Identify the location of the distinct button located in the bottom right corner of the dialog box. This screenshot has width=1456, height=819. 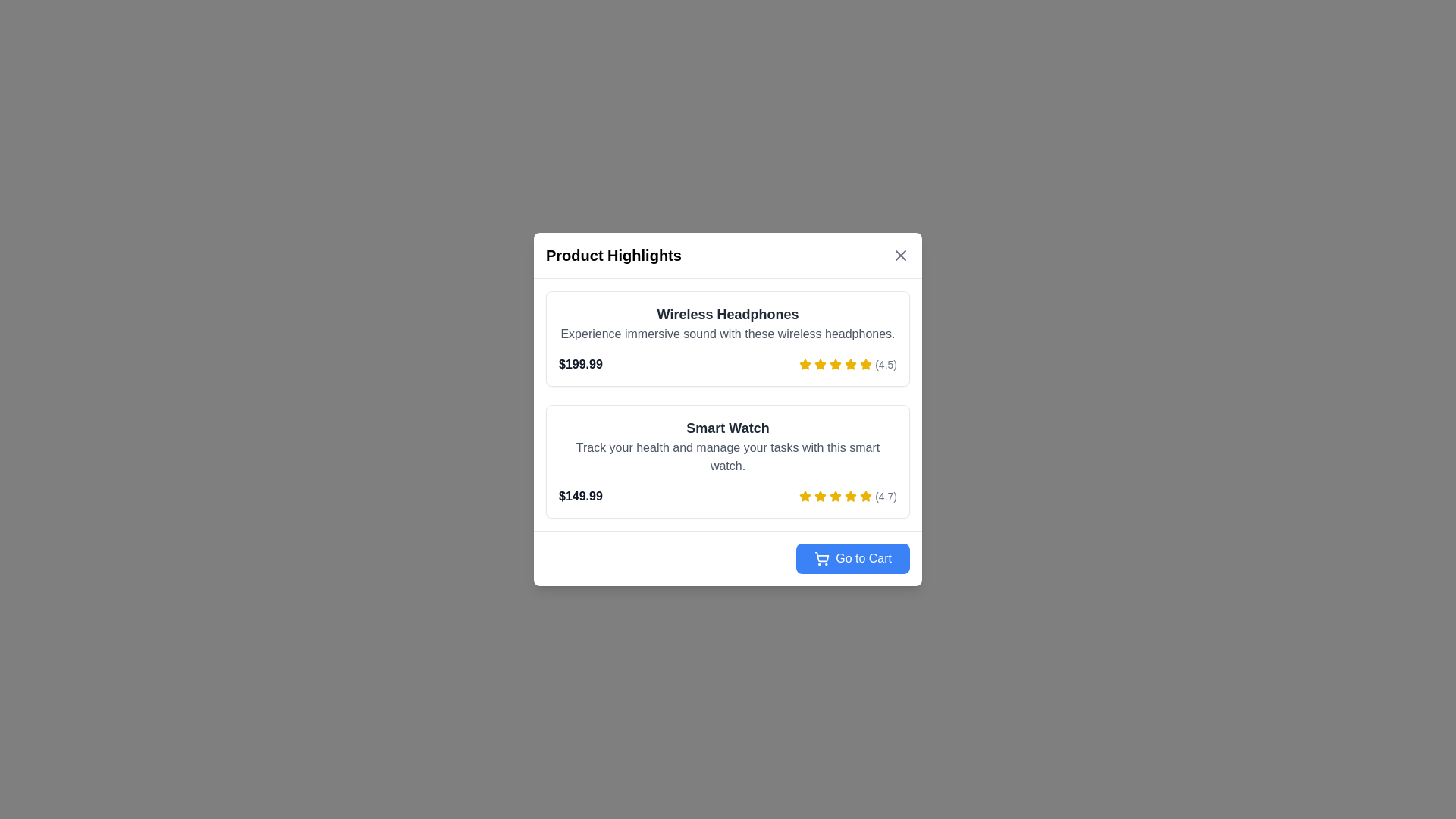
(852, 558).